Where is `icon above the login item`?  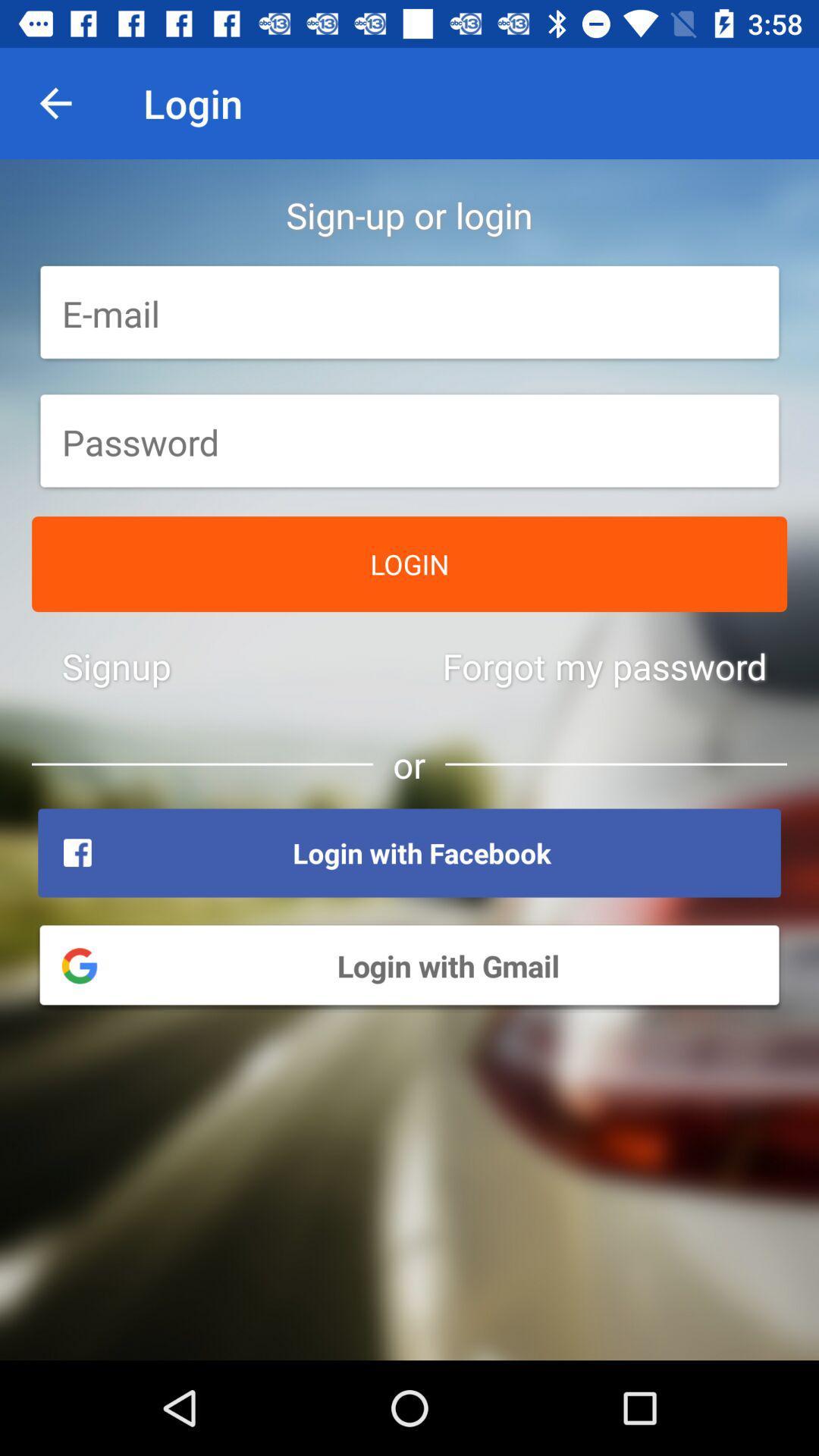
icon above the login item is located at coordinates (409, 441).